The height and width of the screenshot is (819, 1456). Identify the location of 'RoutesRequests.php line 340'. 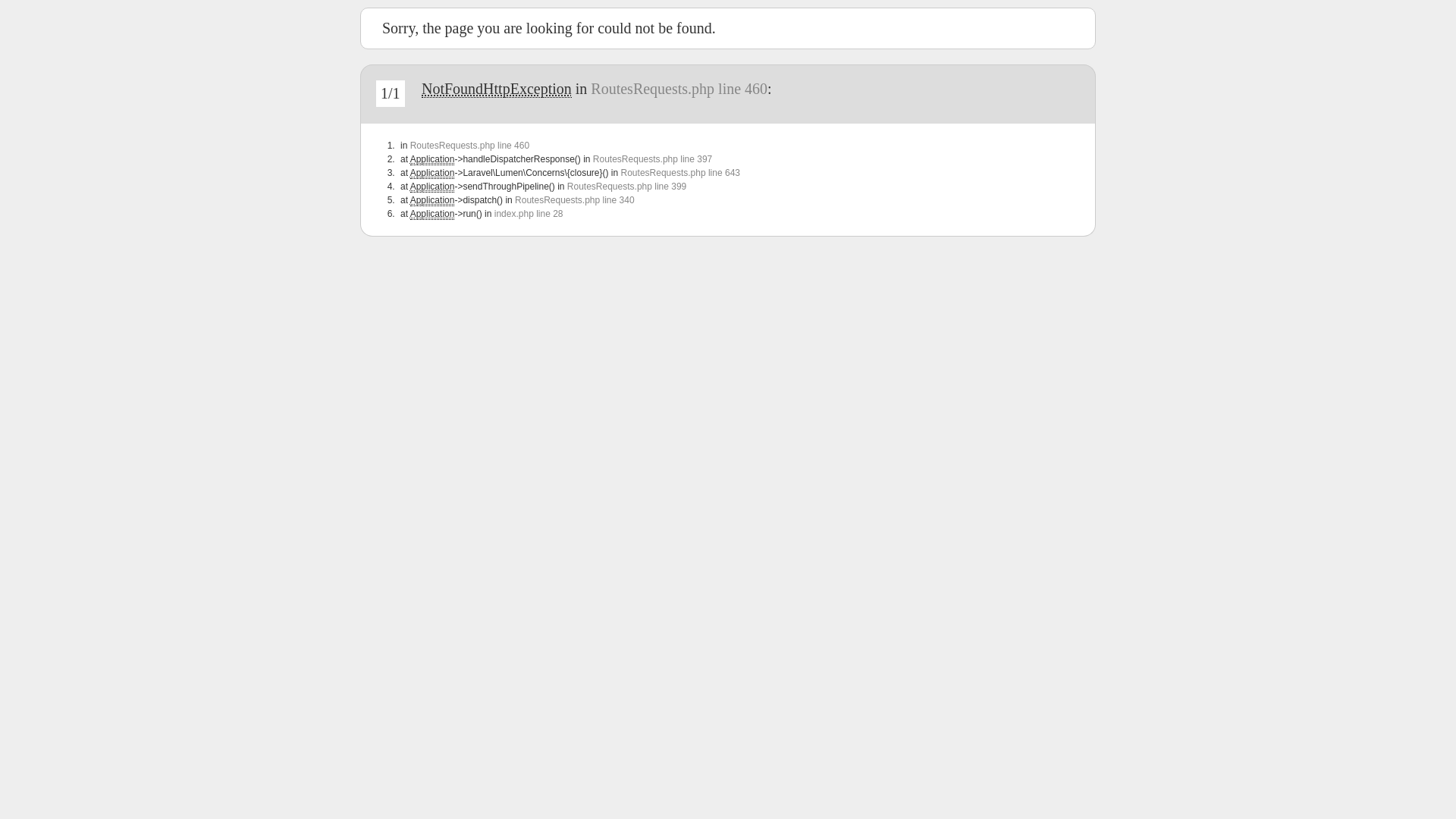
(573, 199).